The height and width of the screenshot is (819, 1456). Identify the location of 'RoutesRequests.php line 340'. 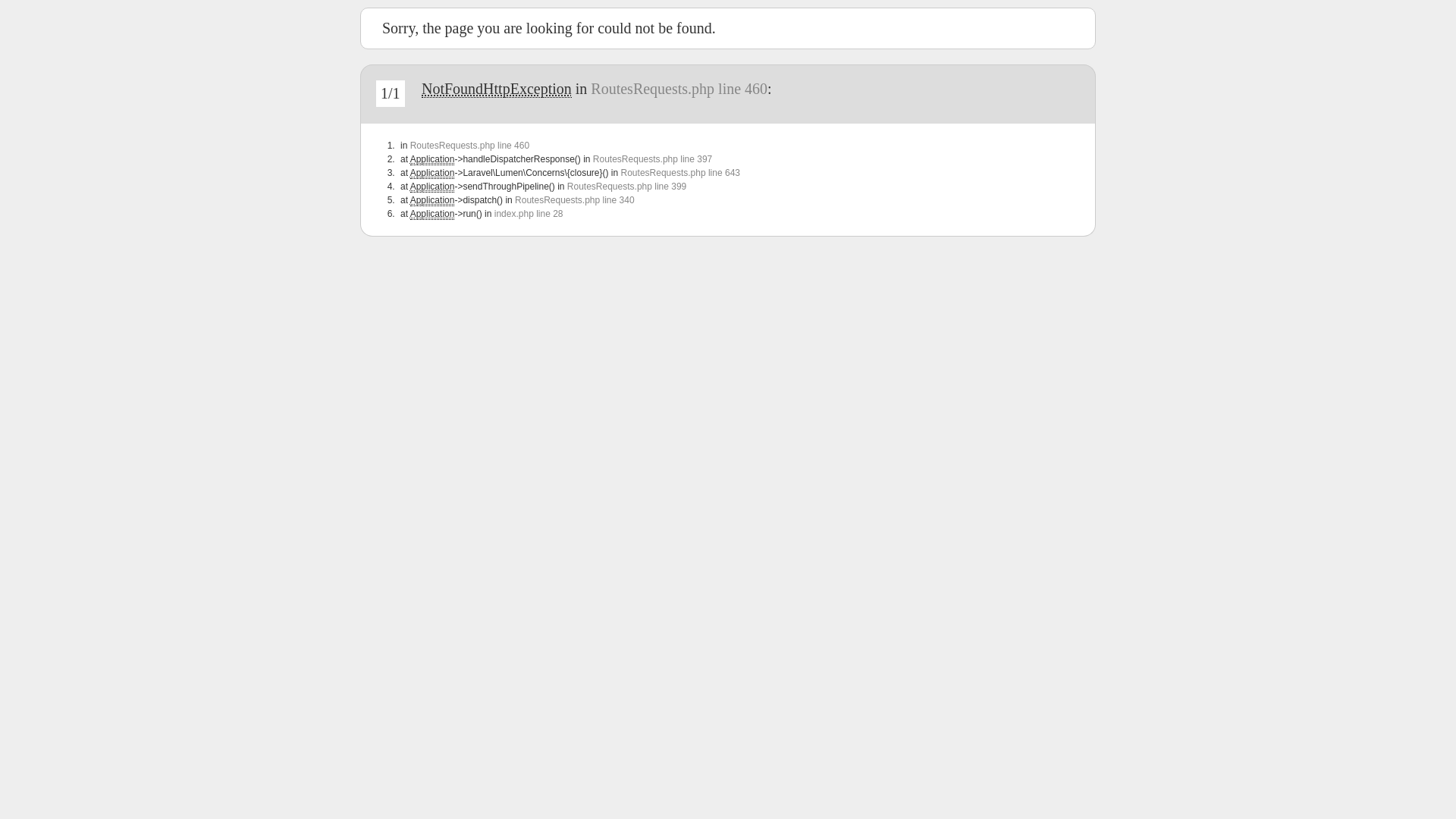
(573, 199).